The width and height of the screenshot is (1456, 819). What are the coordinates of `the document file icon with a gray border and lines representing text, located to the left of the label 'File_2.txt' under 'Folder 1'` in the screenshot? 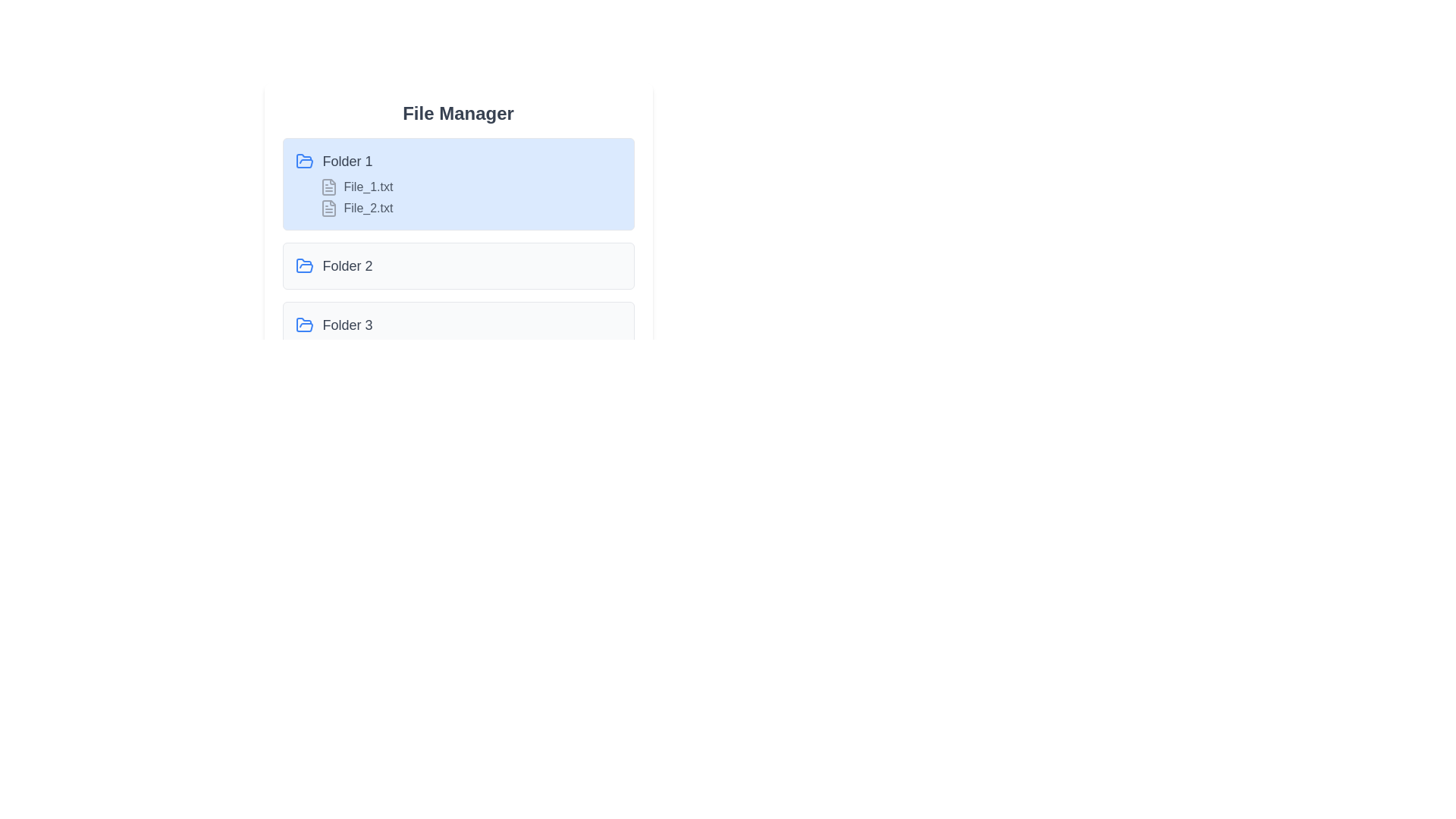 It's located at (328, 208).